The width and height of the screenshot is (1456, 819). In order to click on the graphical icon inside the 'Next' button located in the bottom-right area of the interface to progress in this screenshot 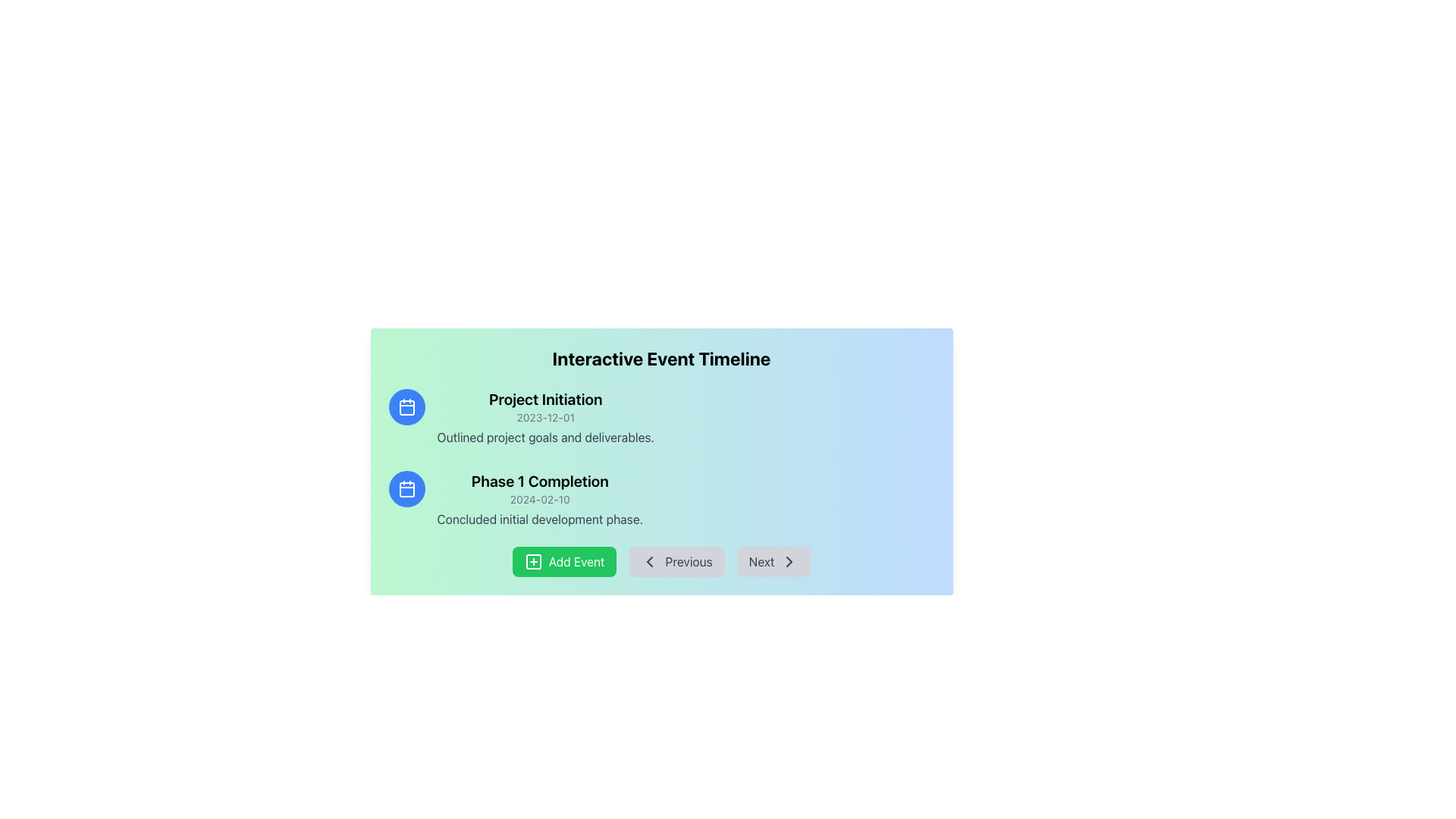, I will do `click(789, 561)`.